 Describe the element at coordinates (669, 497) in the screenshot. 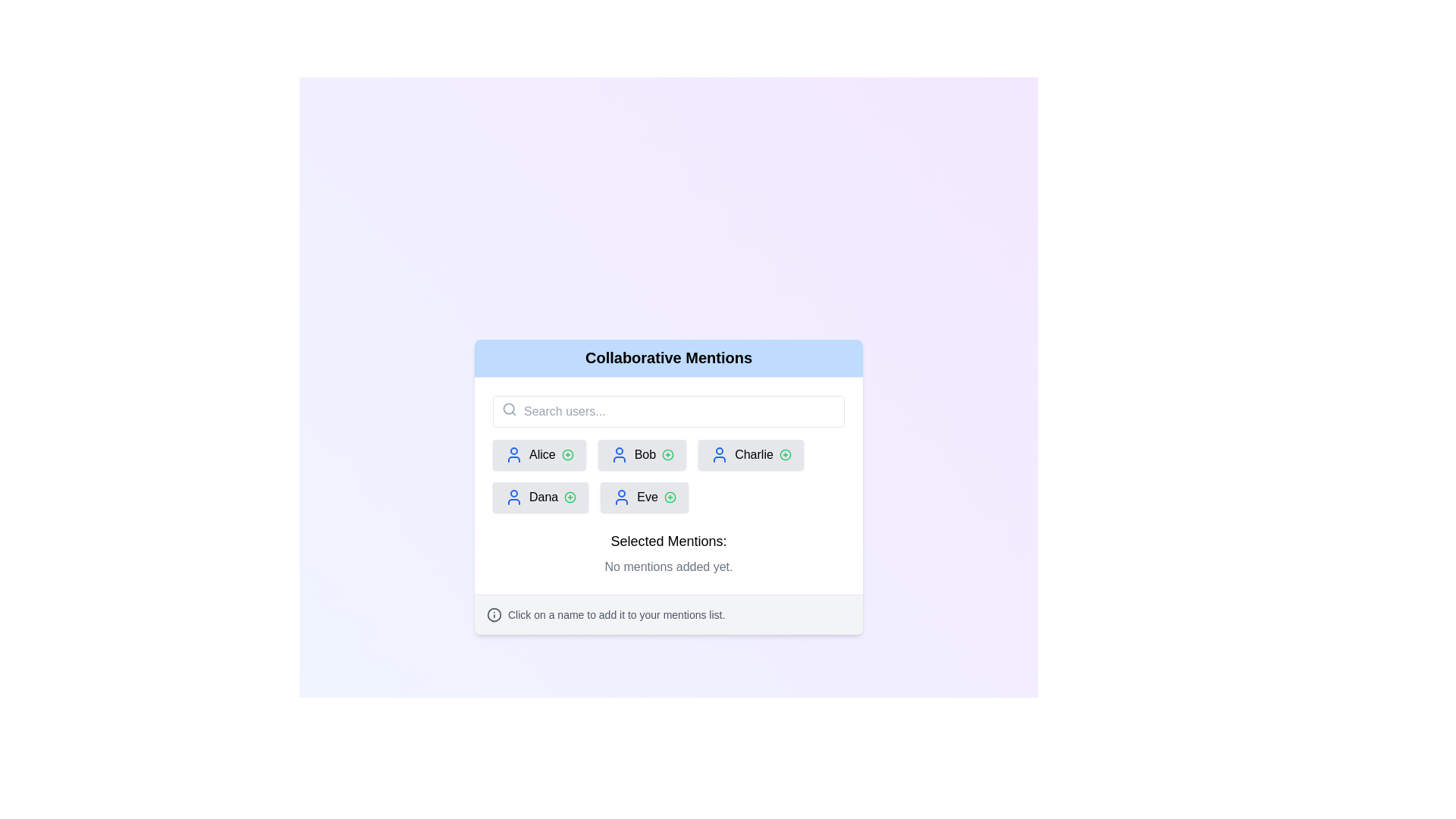

I see `the circular green outlined button with a plus symbol located to the right of the label 'Eve' under the 'Collaborative Mentions' heading` at that location.